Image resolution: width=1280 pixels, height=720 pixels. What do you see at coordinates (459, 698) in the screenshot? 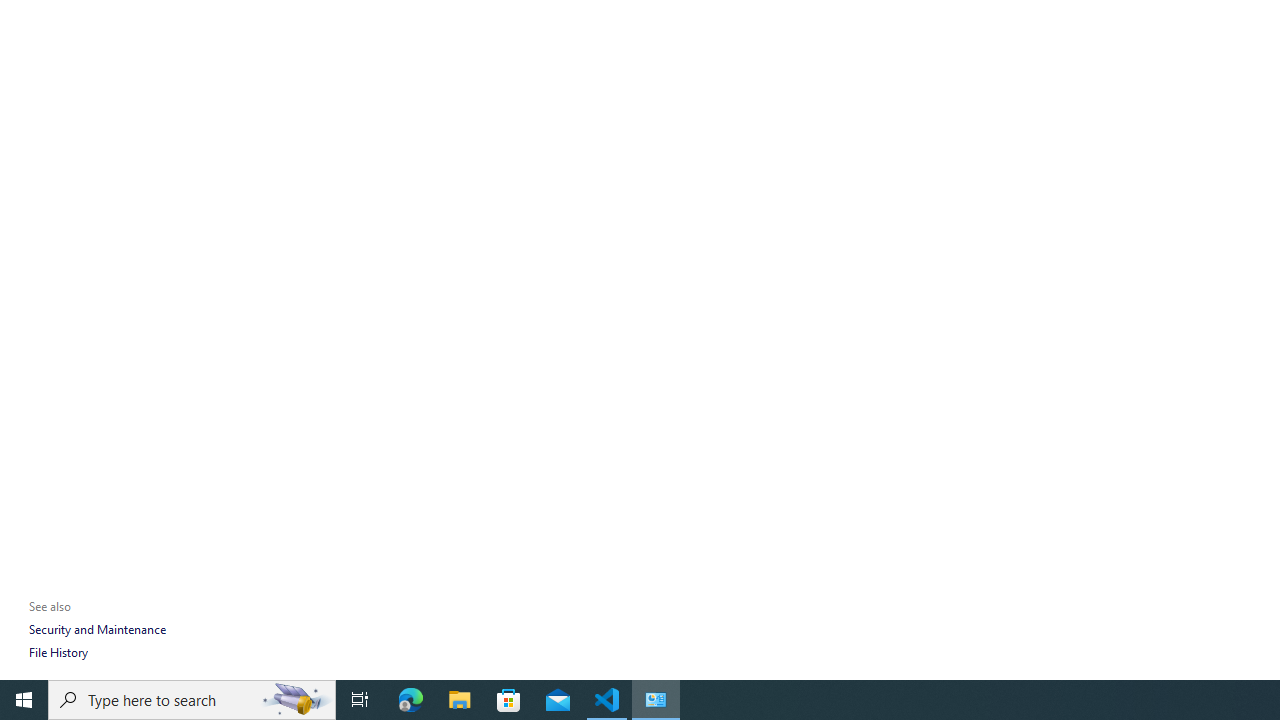
I see `'File Explorer'` at bounding box center [459, 698].